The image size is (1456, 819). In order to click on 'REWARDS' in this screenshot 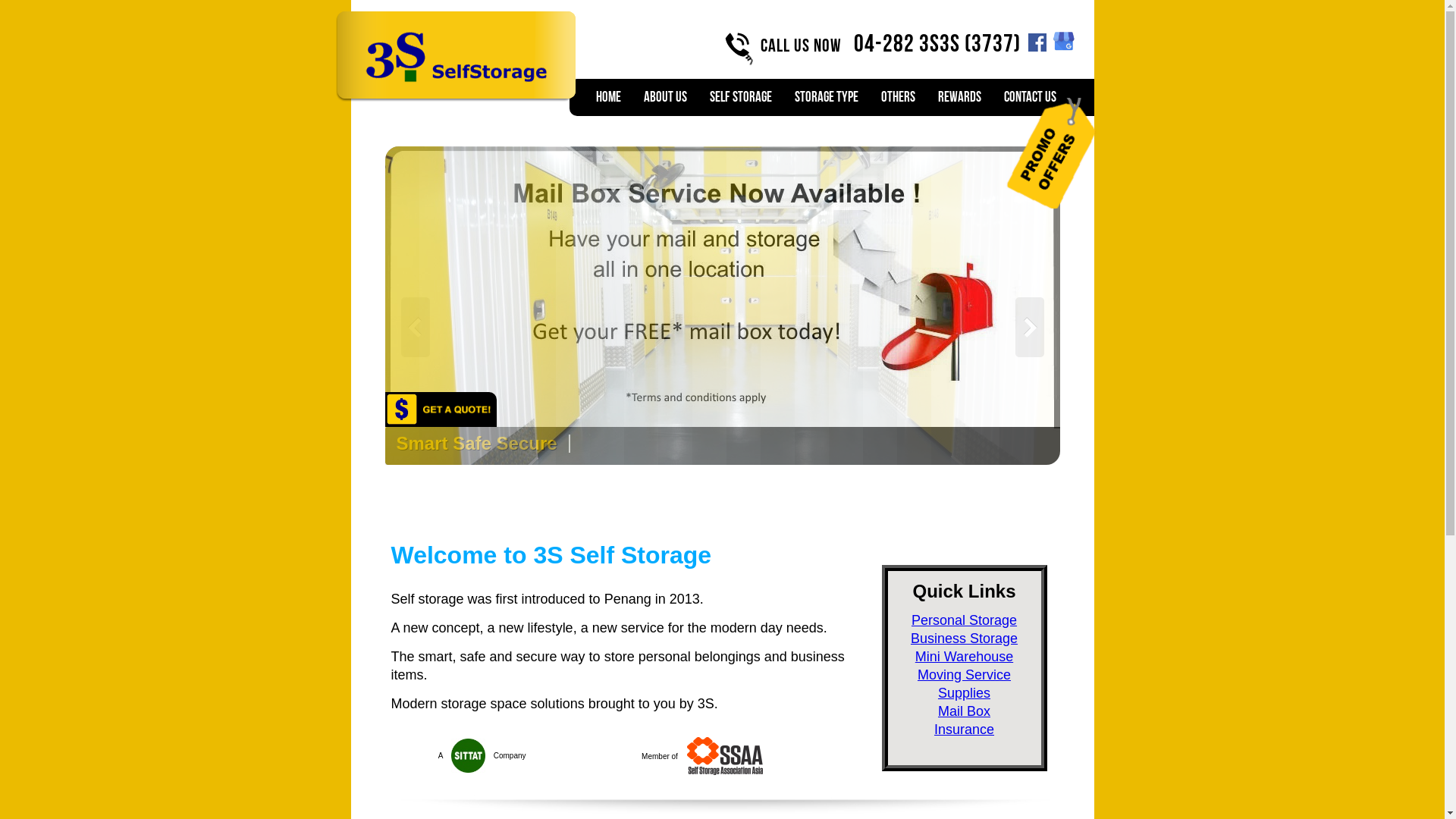, I will do `click(958, 97)`.